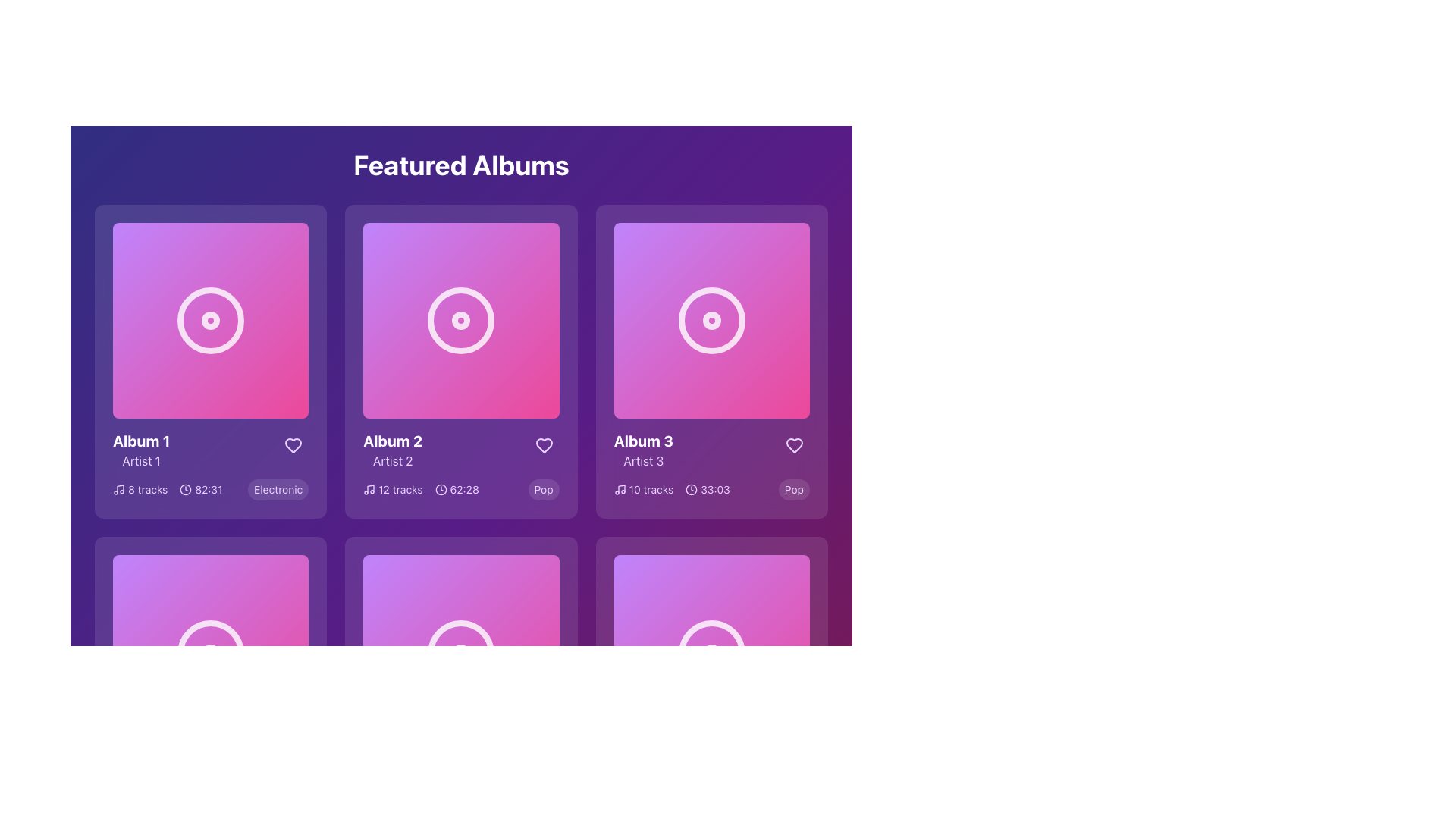  What do you see at coordinates (141, 460) in the screenshot?
I see `the text label that displays the name of the artist associated with the album, which is located directly underneath the 'Album 1' label in the first card of the 'Featured Albums' section` at bounding box center [141, 460].